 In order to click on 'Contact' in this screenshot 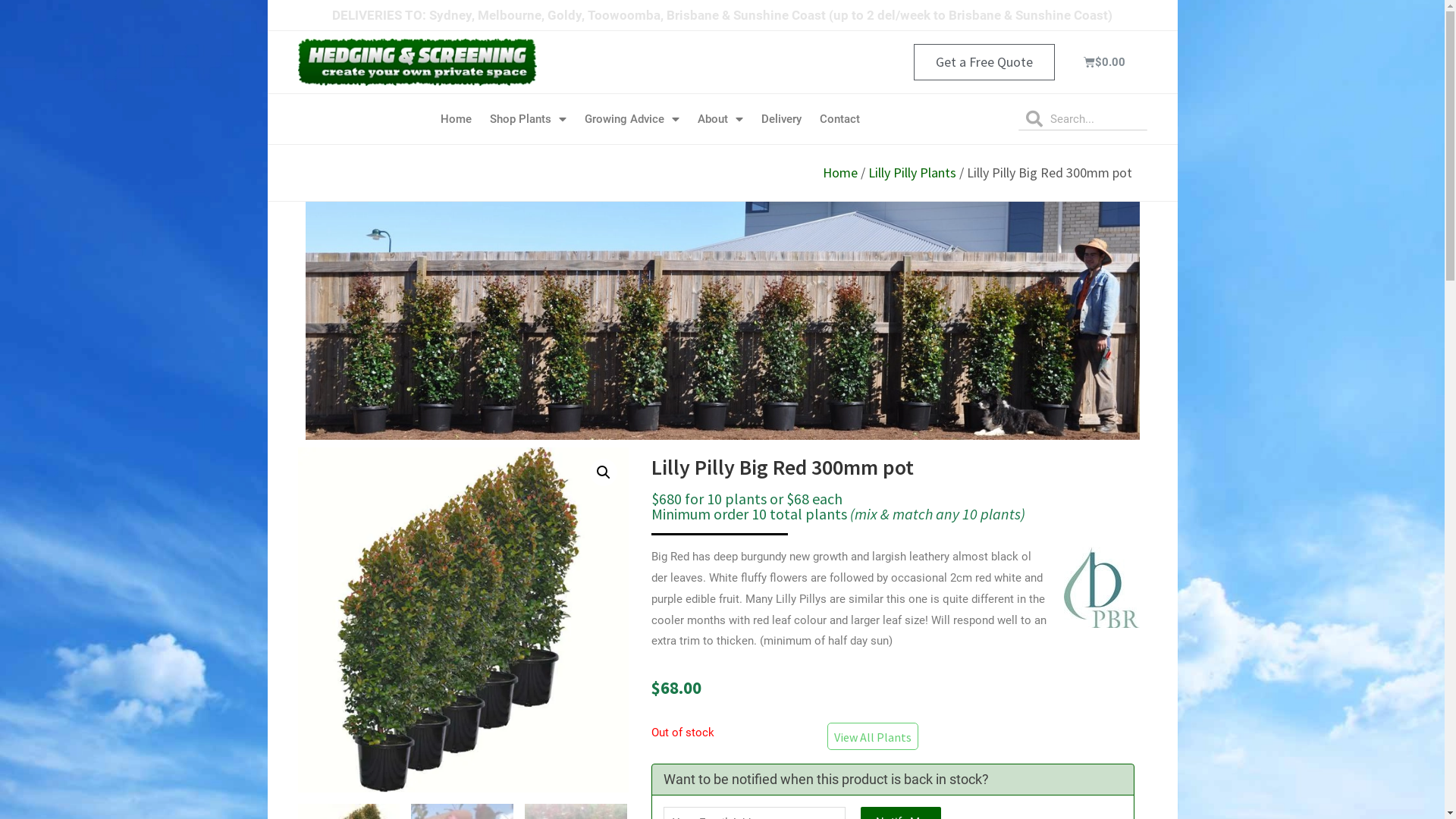, I will do `click(839, 118)`.